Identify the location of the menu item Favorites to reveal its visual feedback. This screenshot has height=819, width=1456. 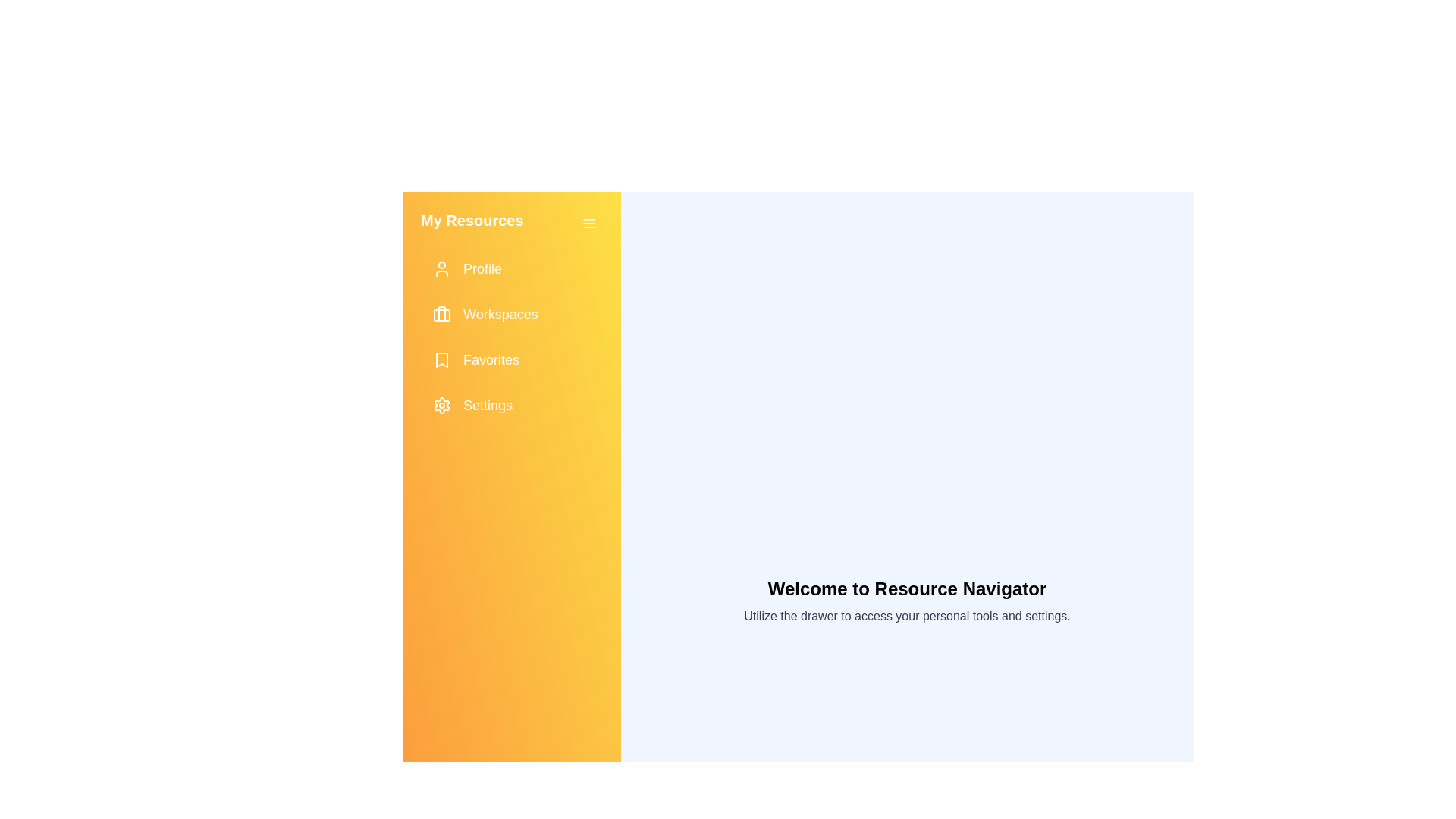
(512, 359).